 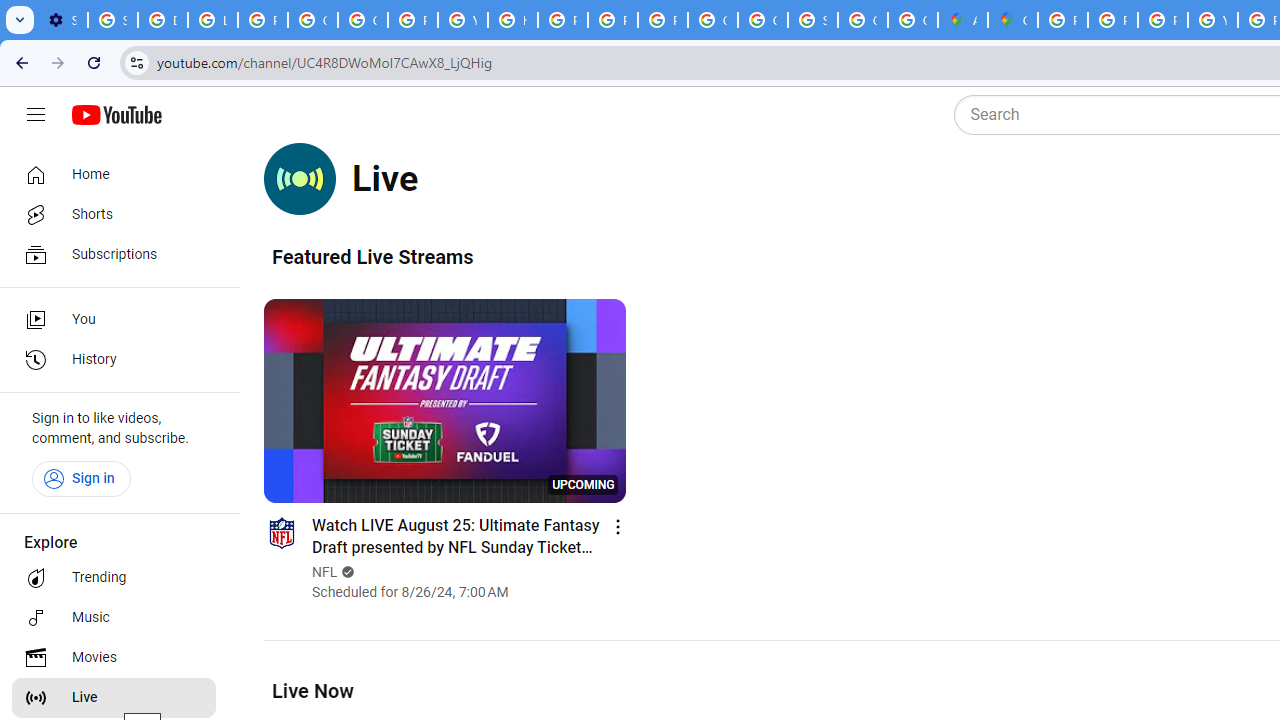 I want to click on 'Trending', so click(x=112, y=578).